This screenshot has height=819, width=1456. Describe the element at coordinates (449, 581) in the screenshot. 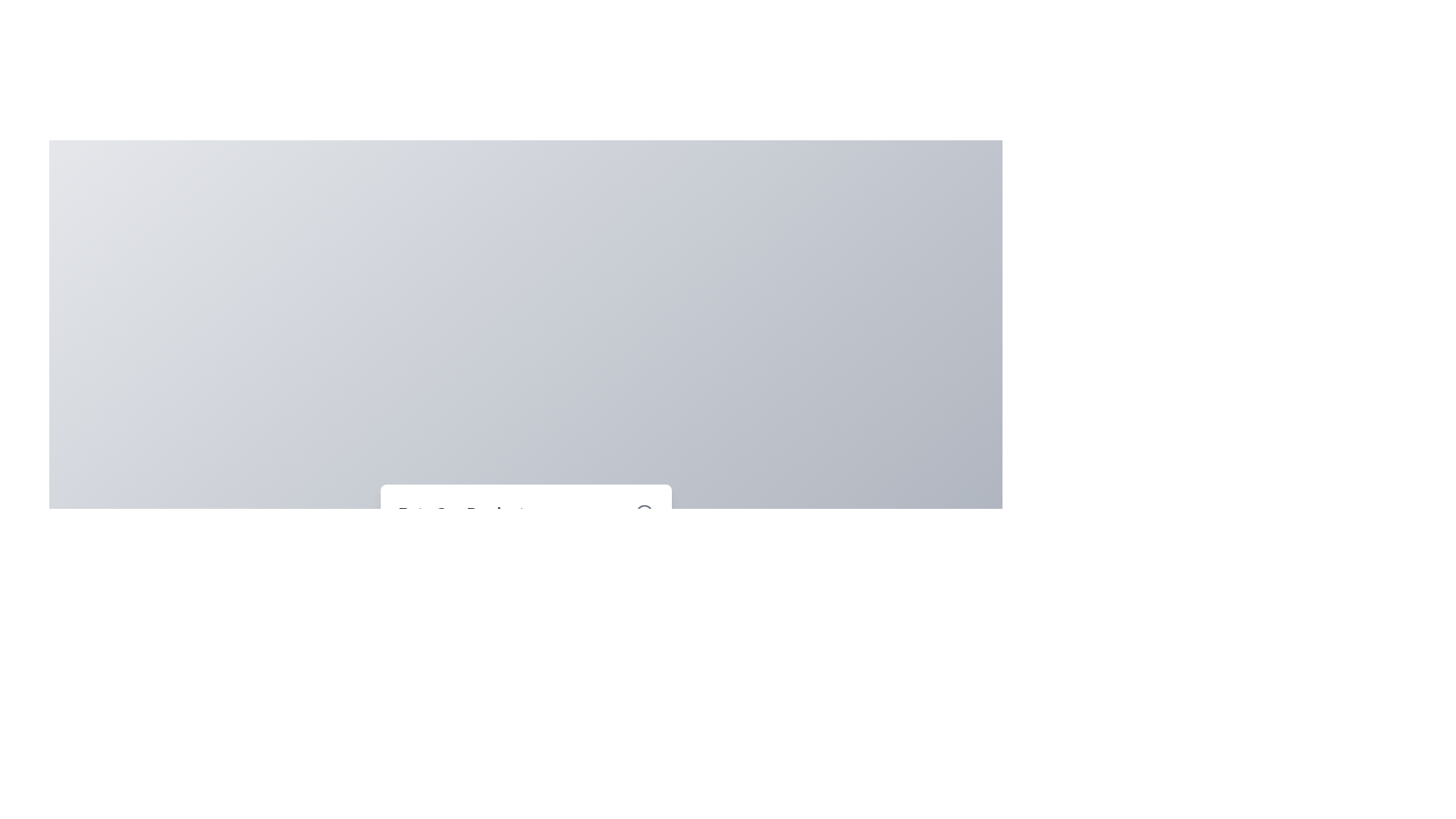

I see `the star corresponding to the desired rating 2` at that location.